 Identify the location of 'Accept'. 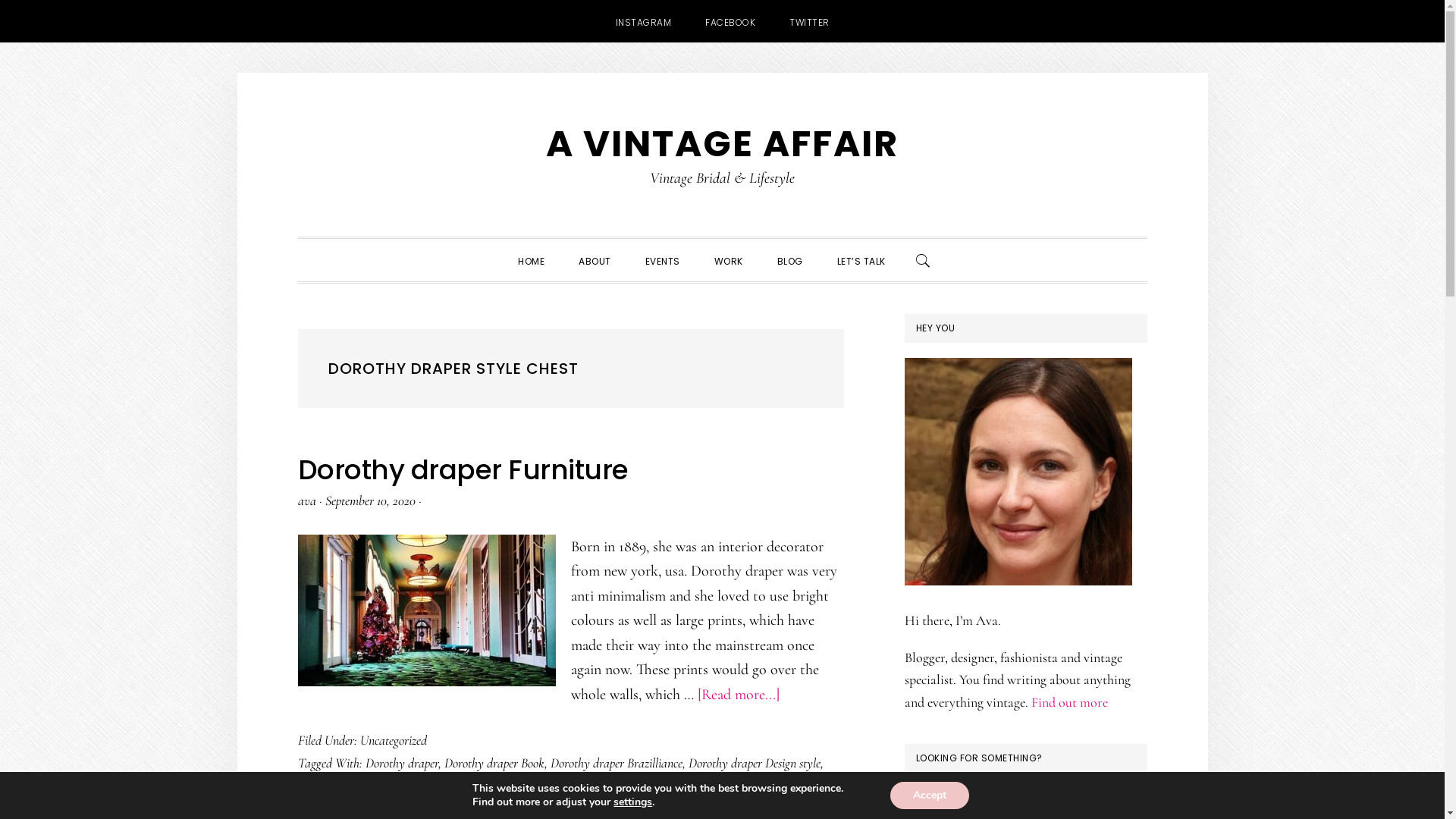
(928, 795).